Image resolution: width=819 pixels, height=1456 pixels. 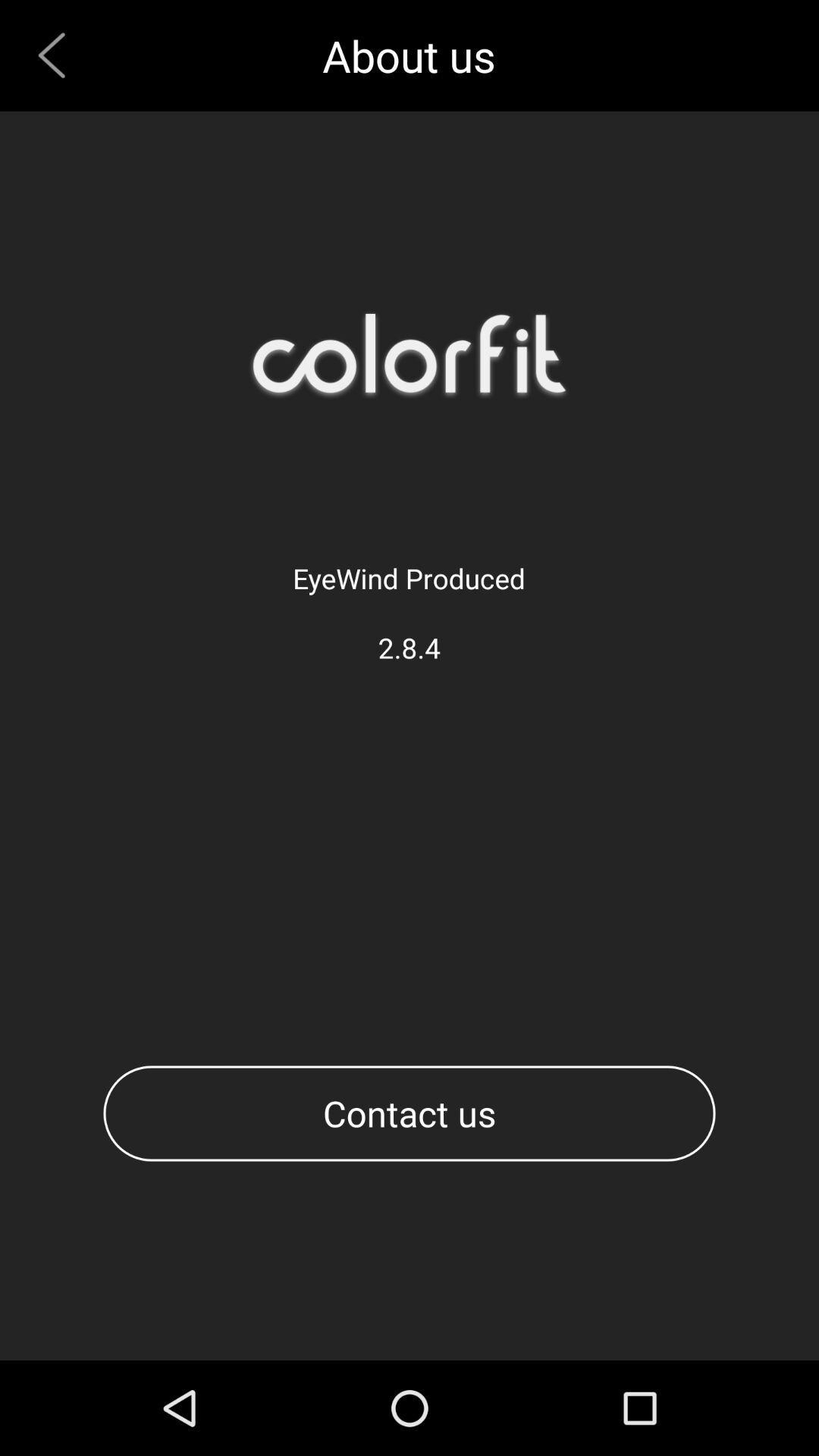 I want to click on the icon to the left of about us icon, so click(x=57, y=55).